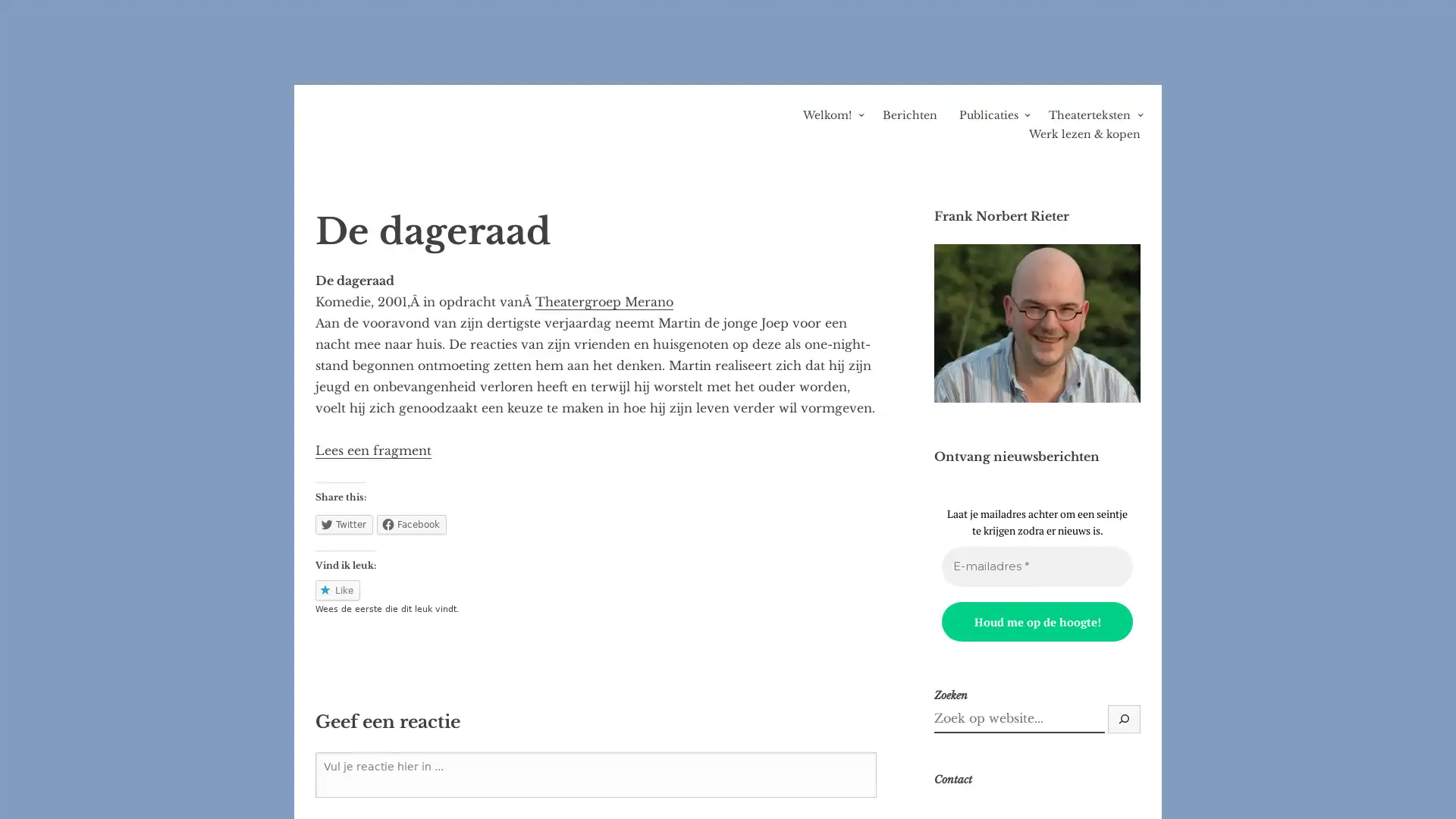 The height and width of the screenshot is (819, 1456). What do you see at coordinates (1124, 717) in the screenshot?
I see `Zoek` at bounding box center [1124, 717].